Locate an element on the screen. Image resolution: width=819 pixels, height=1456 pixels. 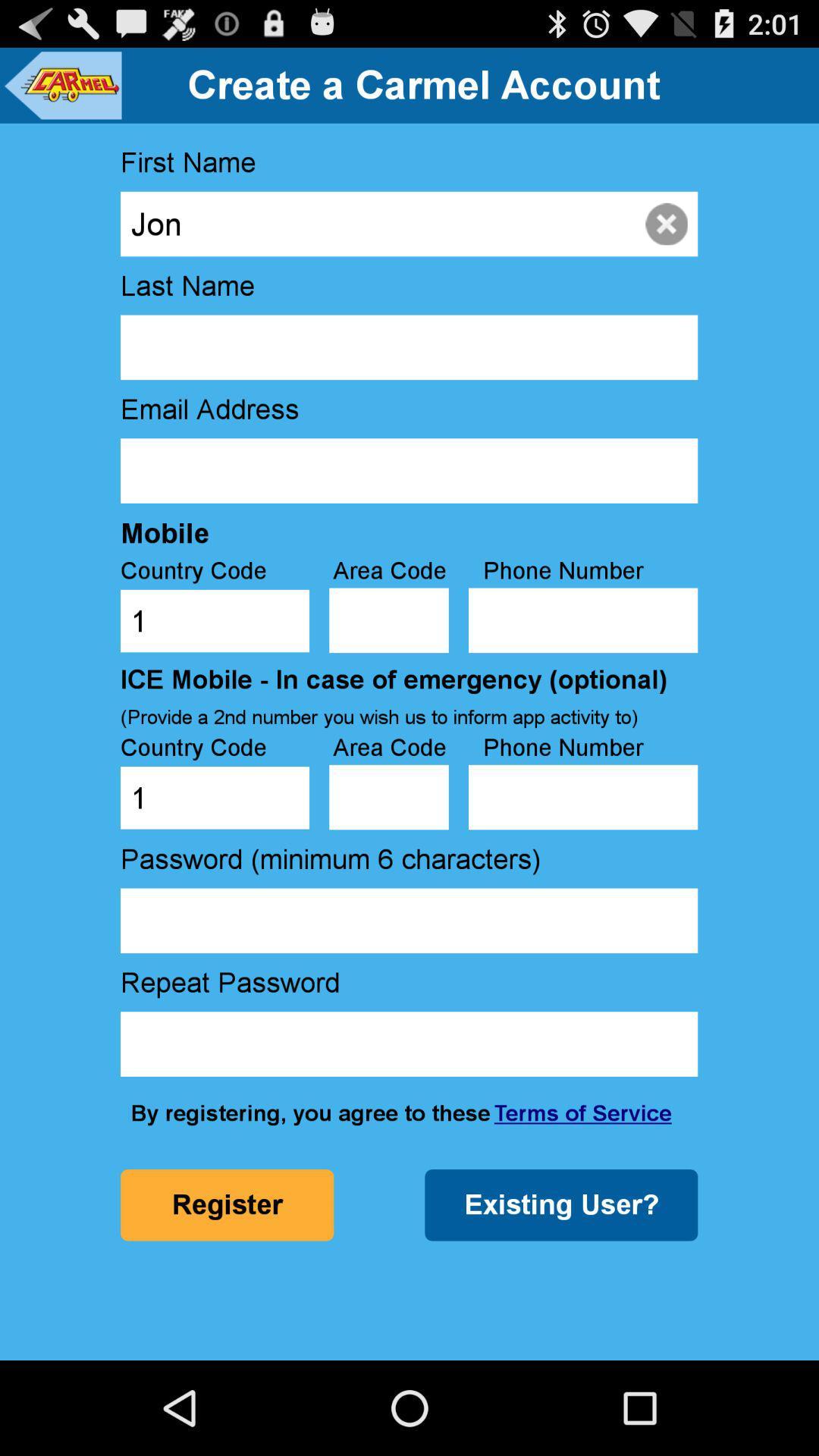
item below by registering you item is located at coordinates (561, 1204).